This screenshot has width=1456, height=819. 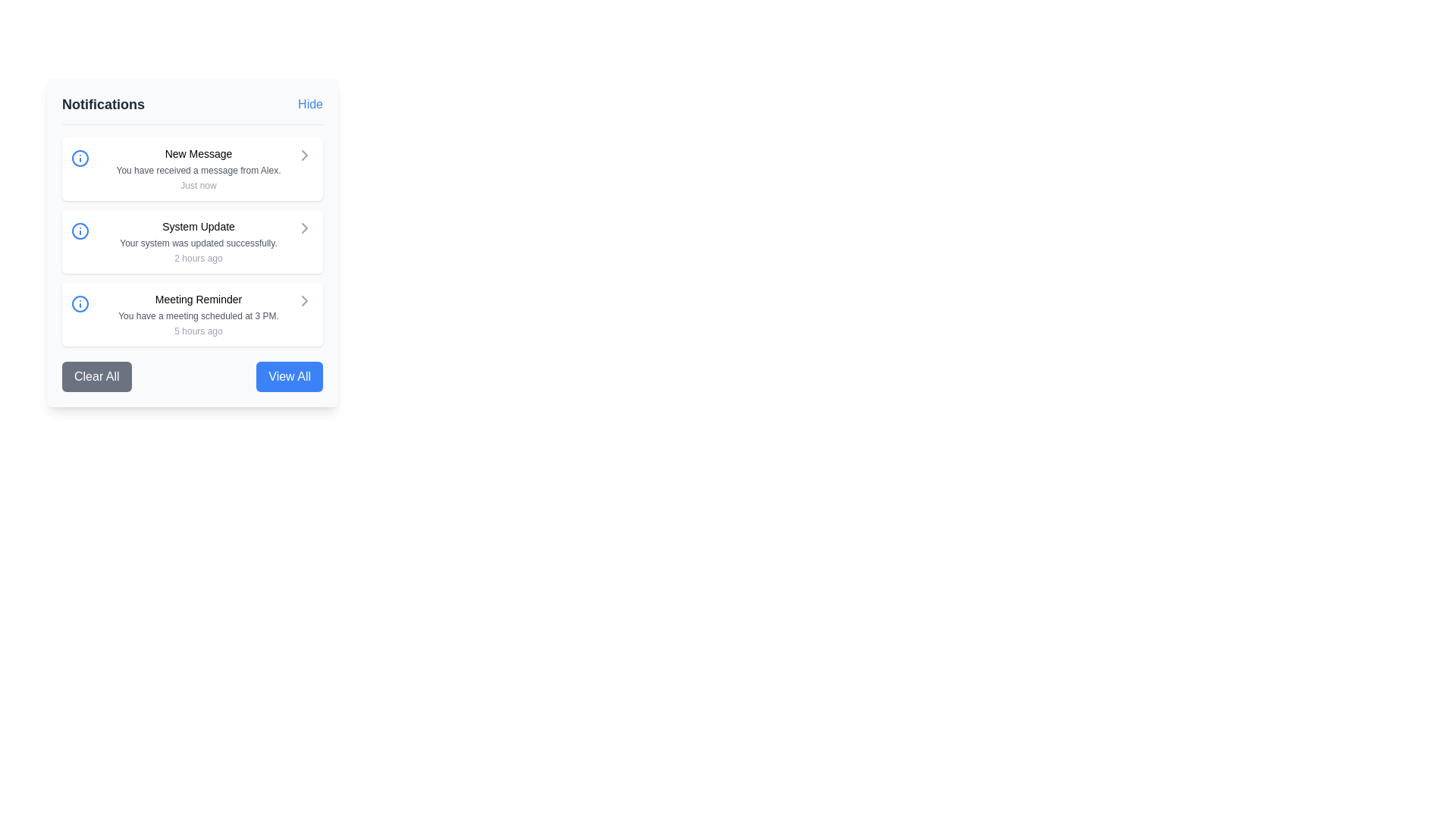 What do you see at coordinates (198, 227) in the screenshot?
I see `the Text Label that serves as the title for the notification in the second notification card under the 'Notifications' heading` at bounding box center [198, 227].